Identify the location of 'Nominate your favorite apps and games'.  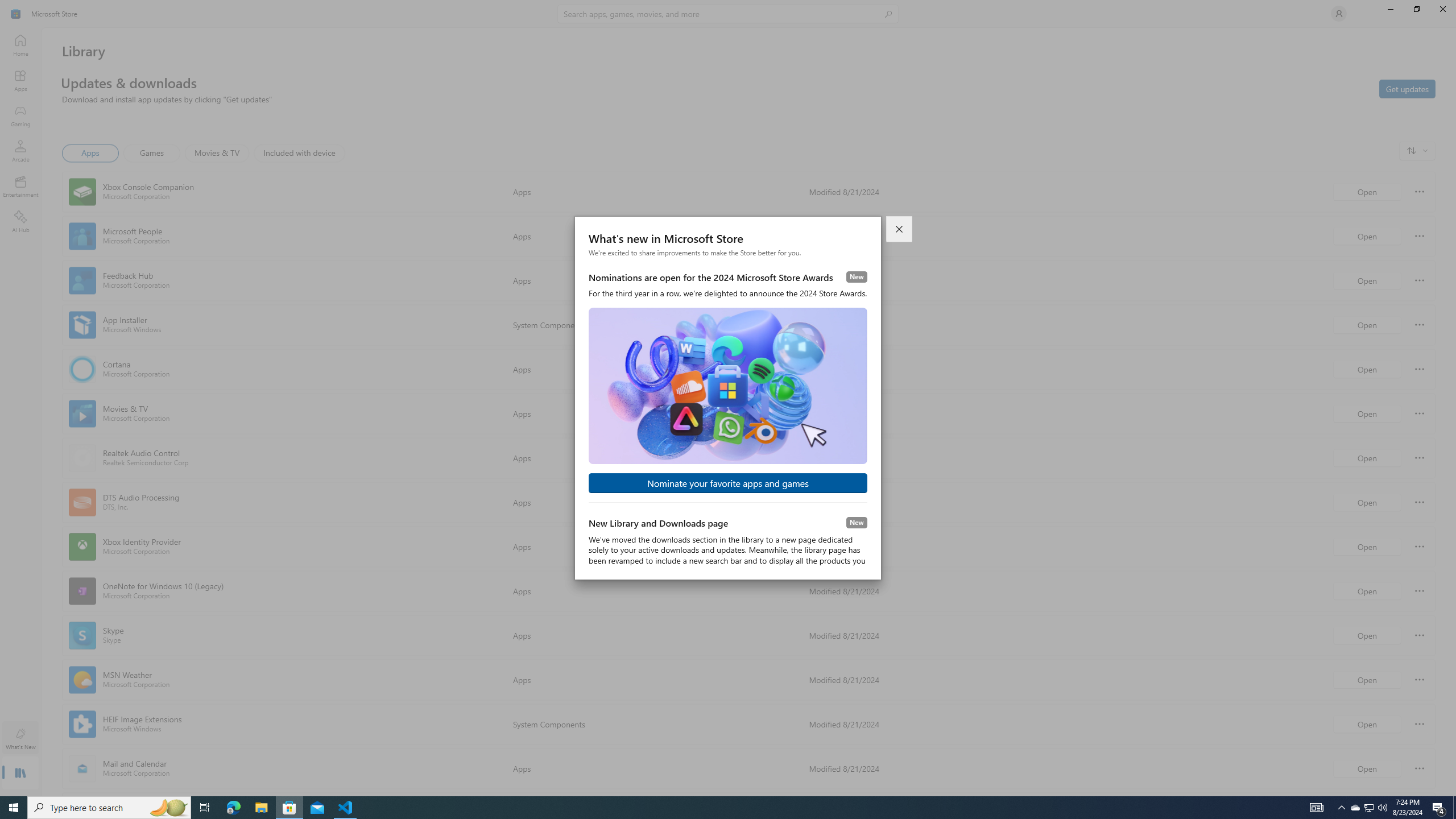
(728, 483).